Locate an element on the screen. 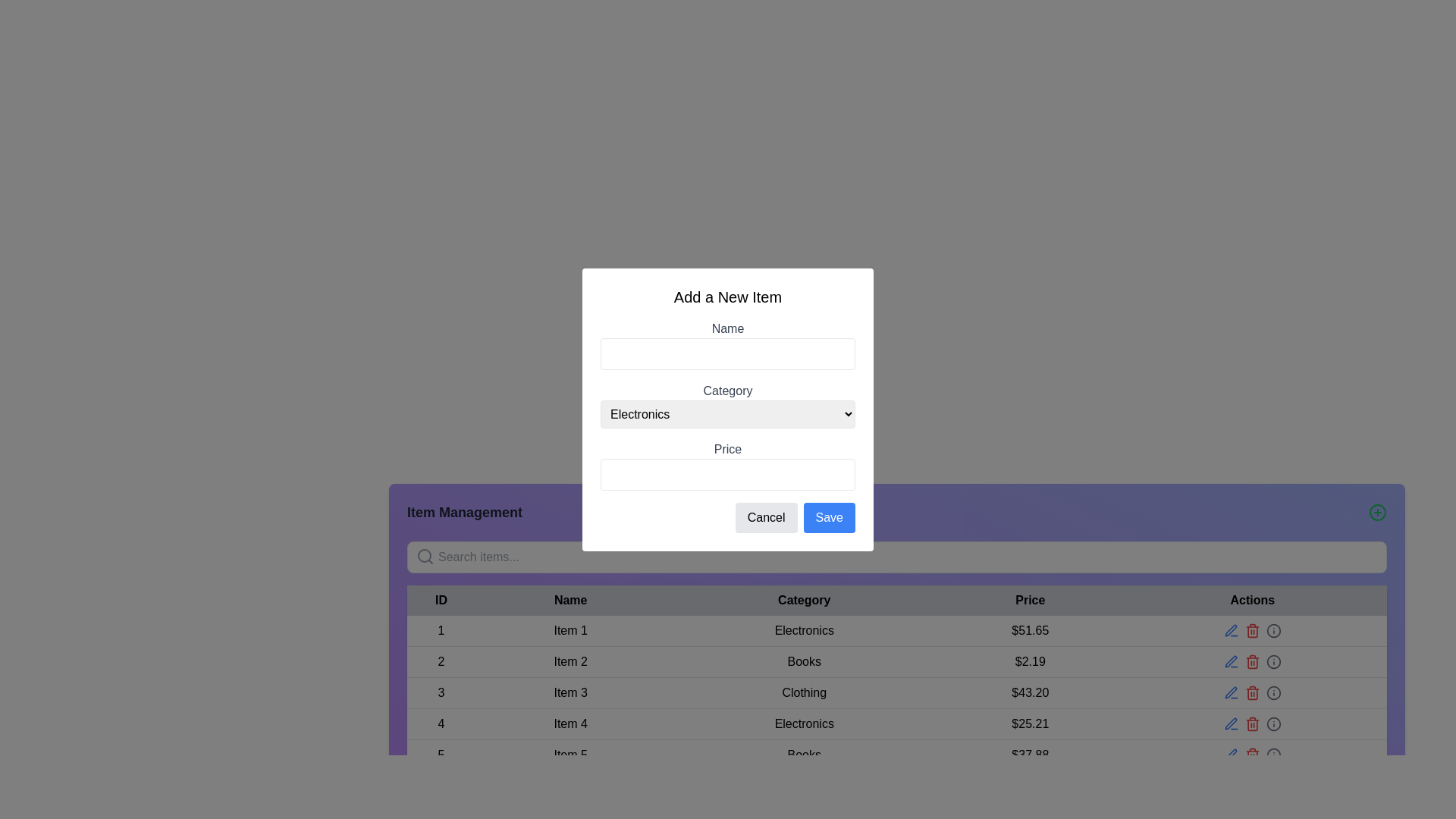  the red trash can icon in the last row of the table under the 'Actions' column is located at coordinates (1252, 755).